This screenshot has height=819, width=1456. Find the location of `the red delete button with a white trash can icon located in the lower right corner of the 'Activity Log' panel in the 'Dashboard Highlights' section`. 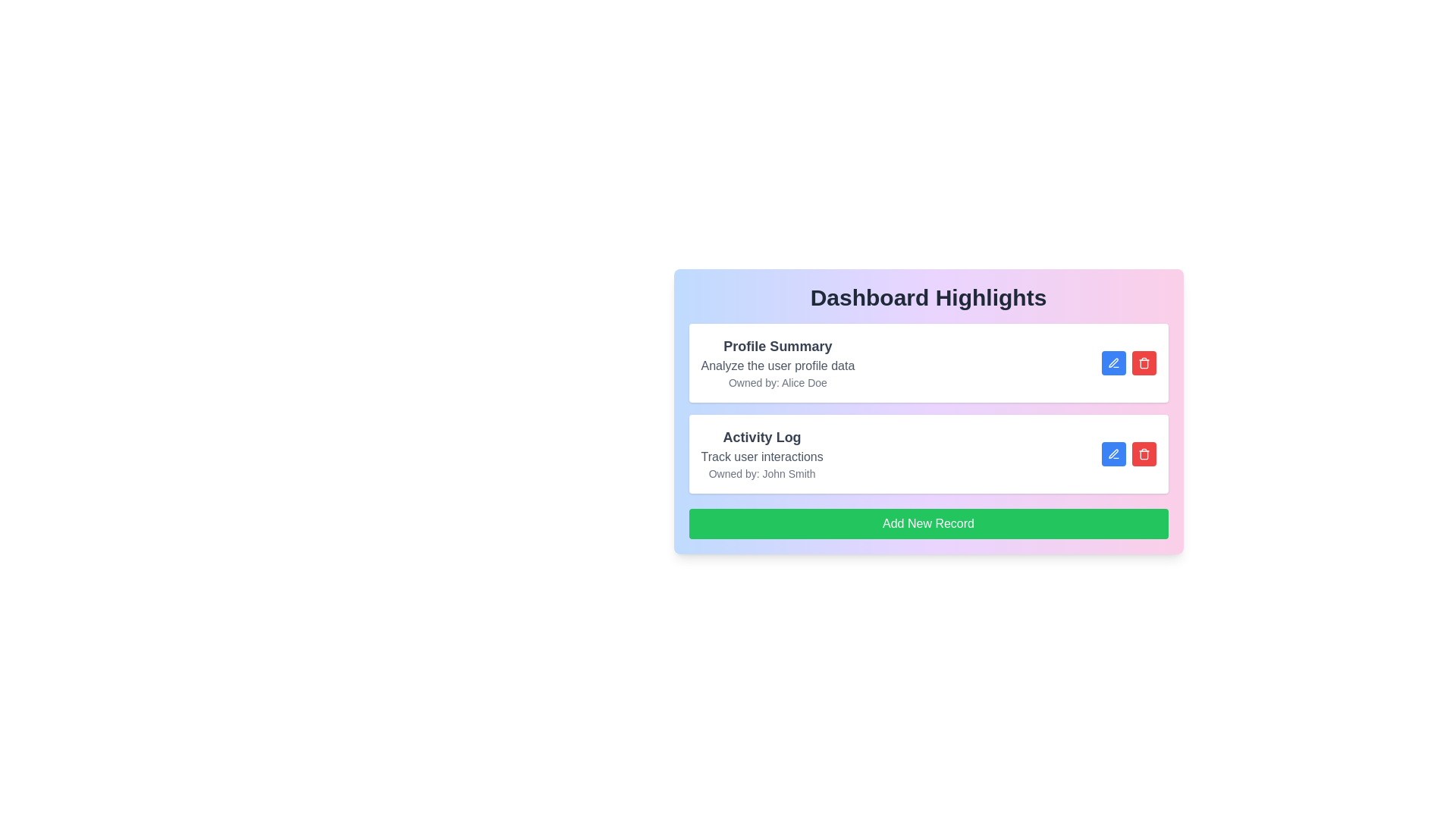

the red delete button with a white trash can icon located in the lower right corner of the 'Activity Log' panel in the 'Dashboard Highlights' section is located at coordinates (1144, 453).